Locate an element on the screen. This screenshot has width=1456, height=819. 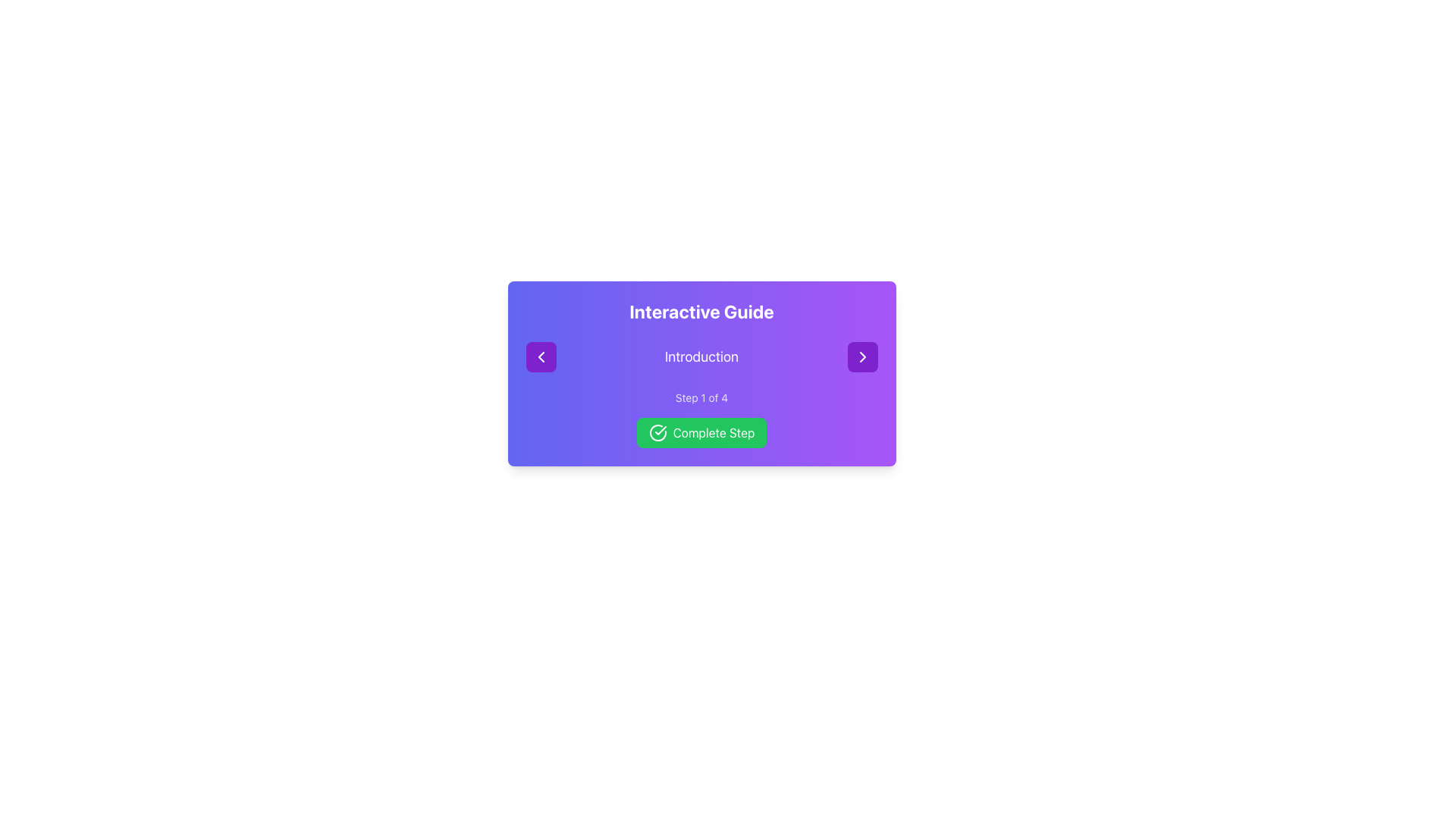
the button at the bottom of the purple box labeled 'Interactive Guide' is located at coordinates (701, 432).